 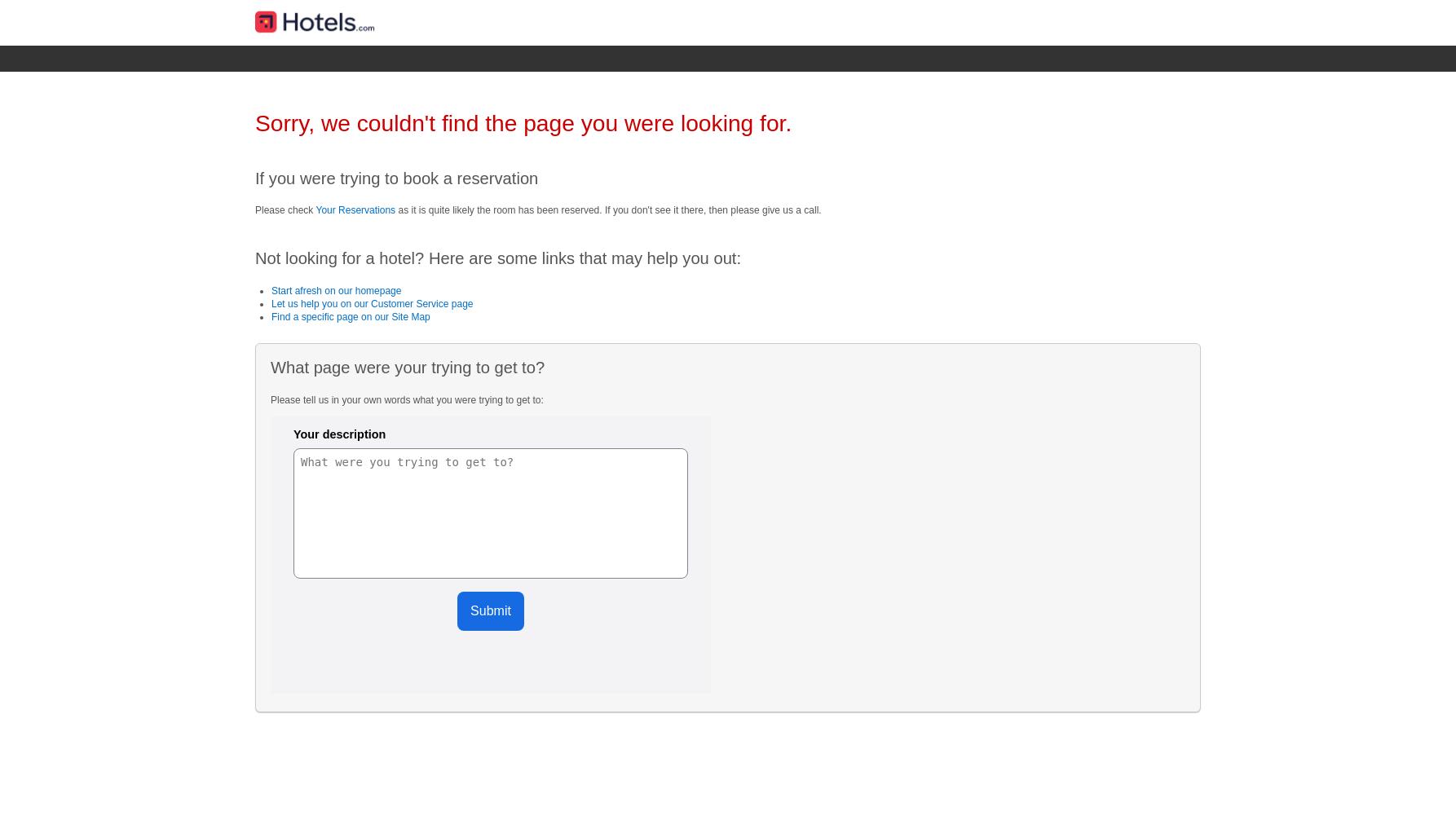 What do you see at coordinates (271, 289) in the screenshot?
I see `'Start afresh on our homepage'` at bounding box center [271, 289].